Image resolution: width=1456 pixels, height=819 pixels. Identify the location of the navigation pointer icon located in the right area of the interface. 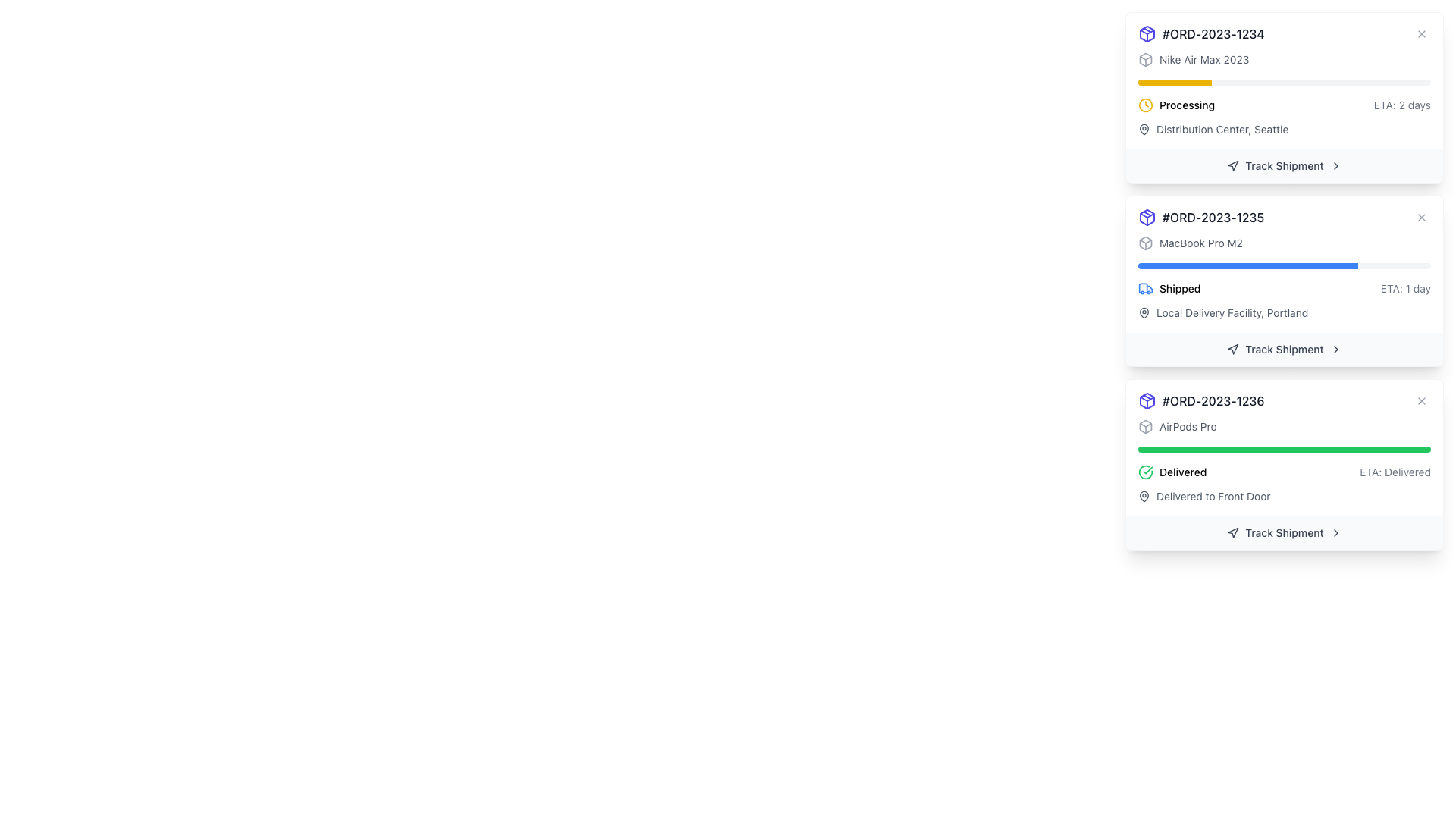
(1233, 348).